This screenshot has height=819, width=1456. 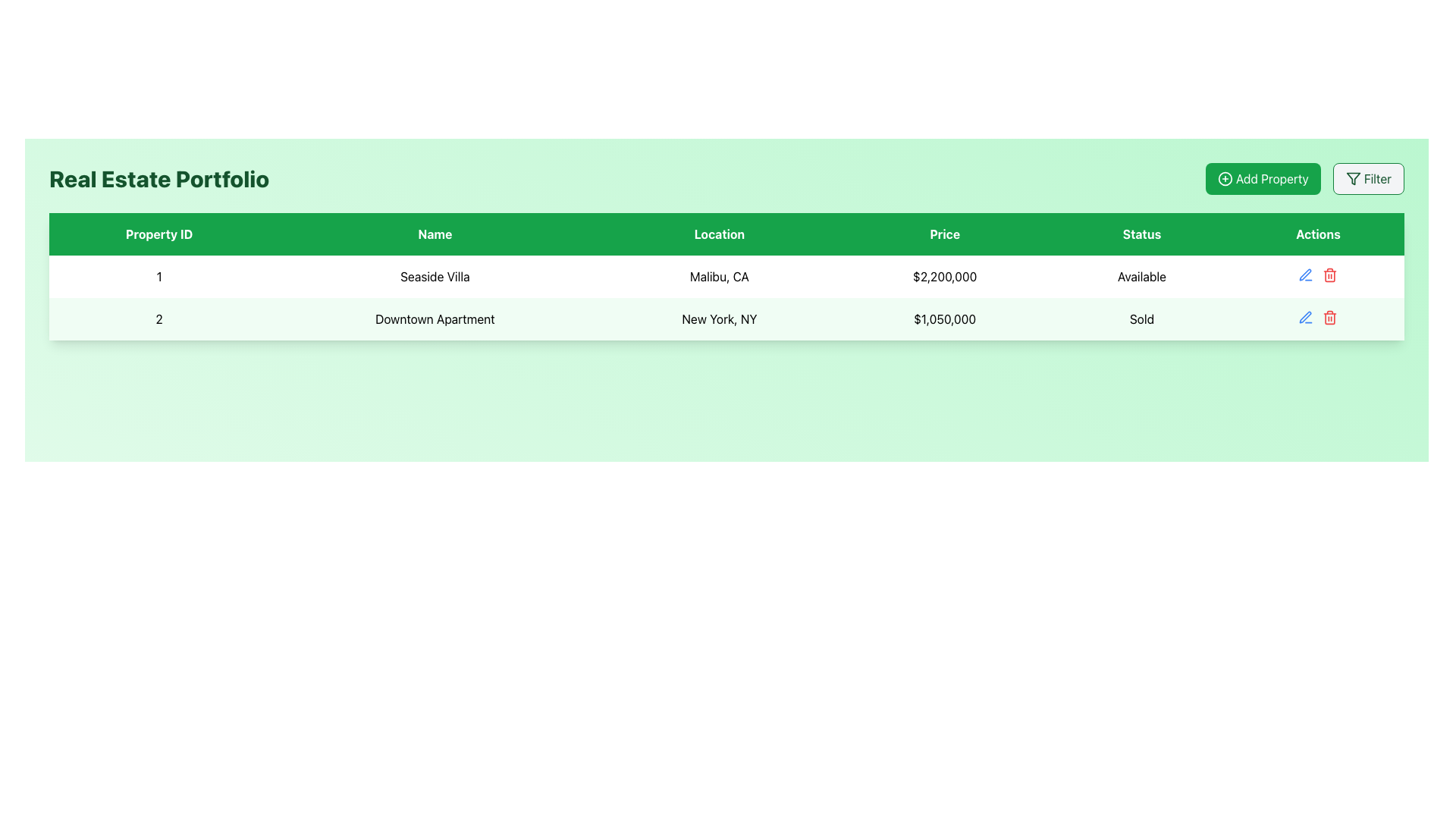 I want to click on the red trash icon button in the 'Actions' column of the table for the property 'Seaside Villa', so click(x=1329, y=275).